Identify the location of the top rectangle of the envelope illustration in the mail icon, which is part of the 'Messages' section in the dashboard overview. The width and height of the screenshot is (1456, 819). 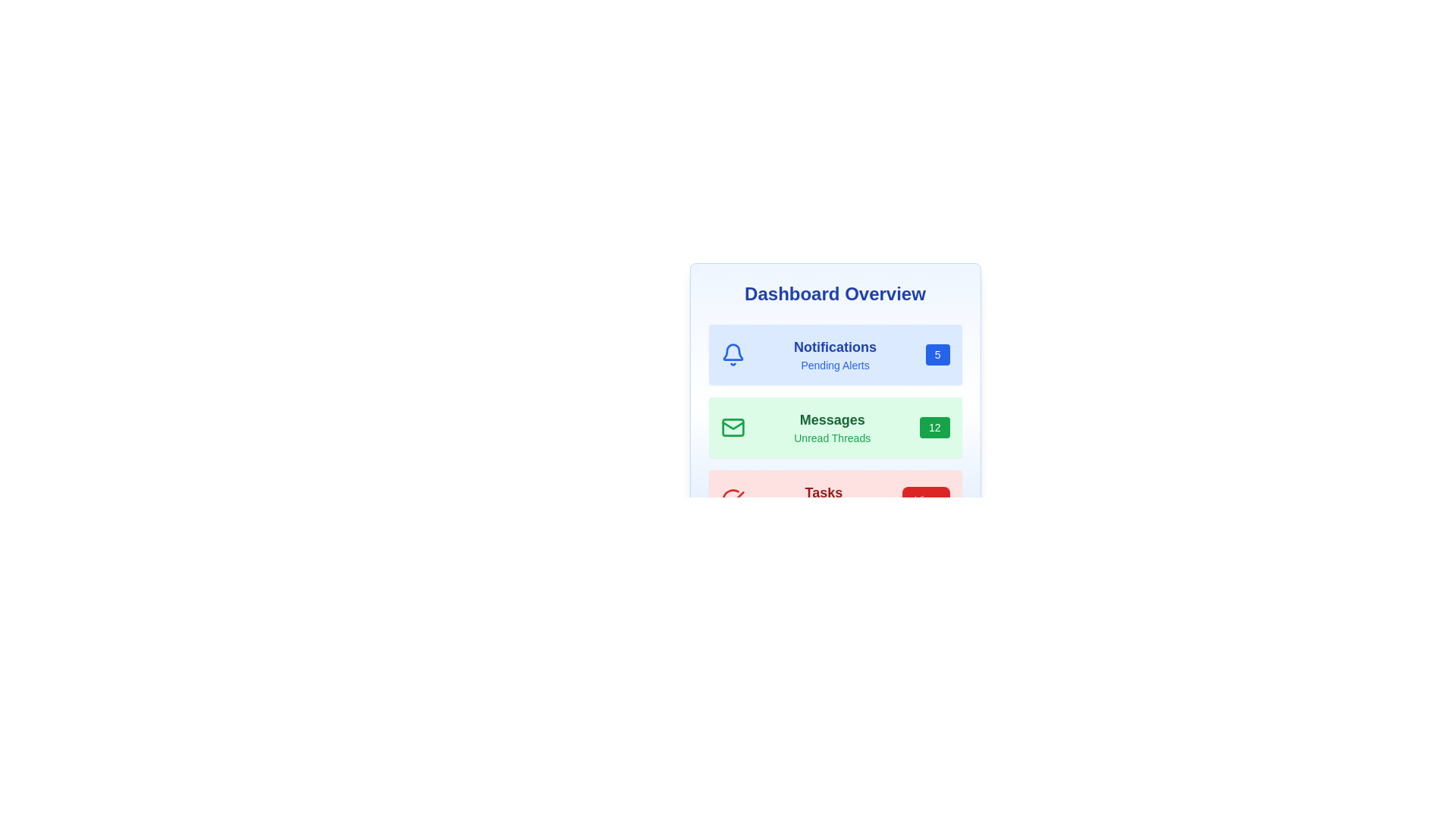
(733, 427).